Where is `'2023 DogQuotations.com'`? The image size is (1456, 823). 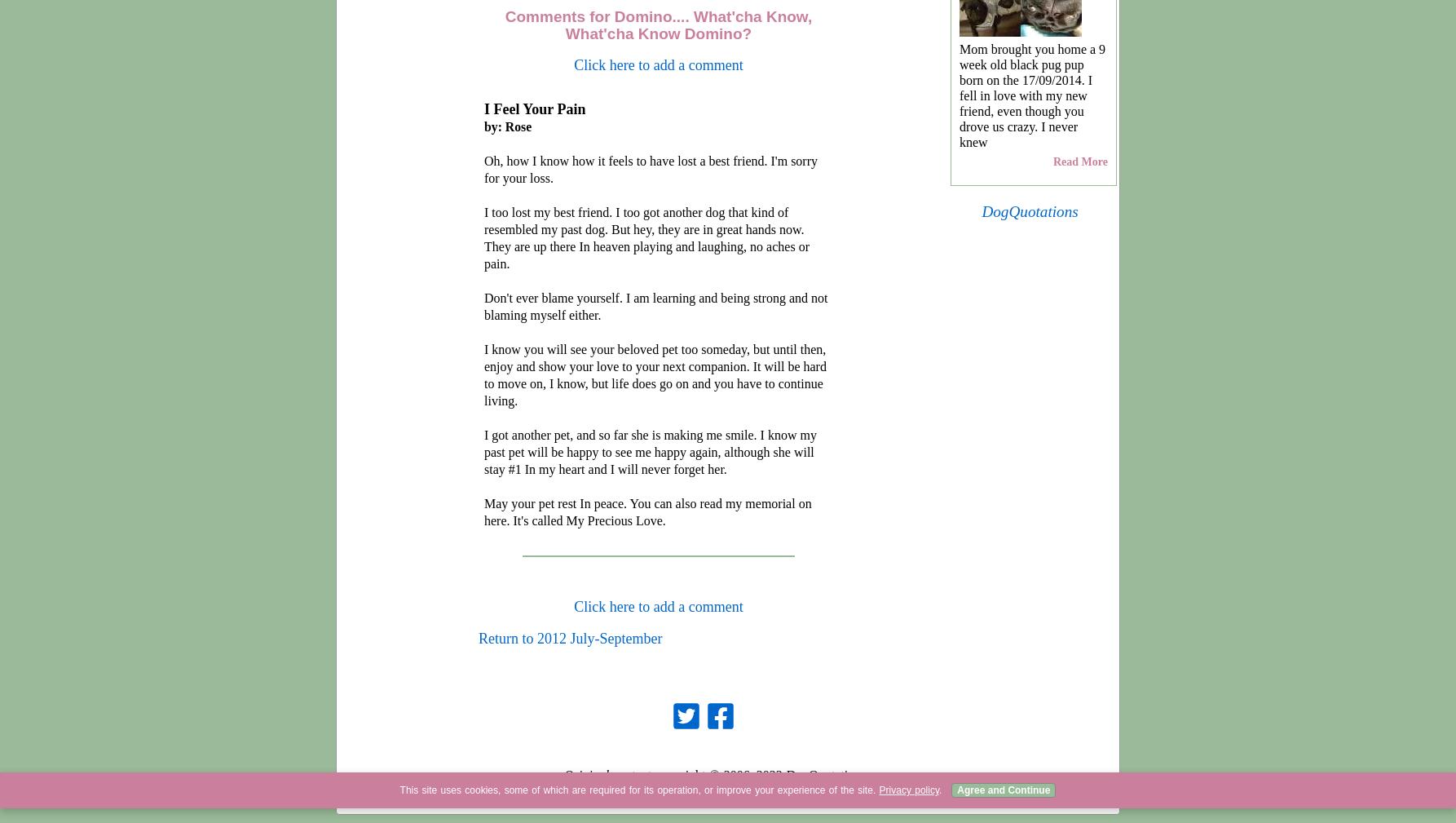
'2023 DogQuotations.com' is located at coordinates (823, 775).